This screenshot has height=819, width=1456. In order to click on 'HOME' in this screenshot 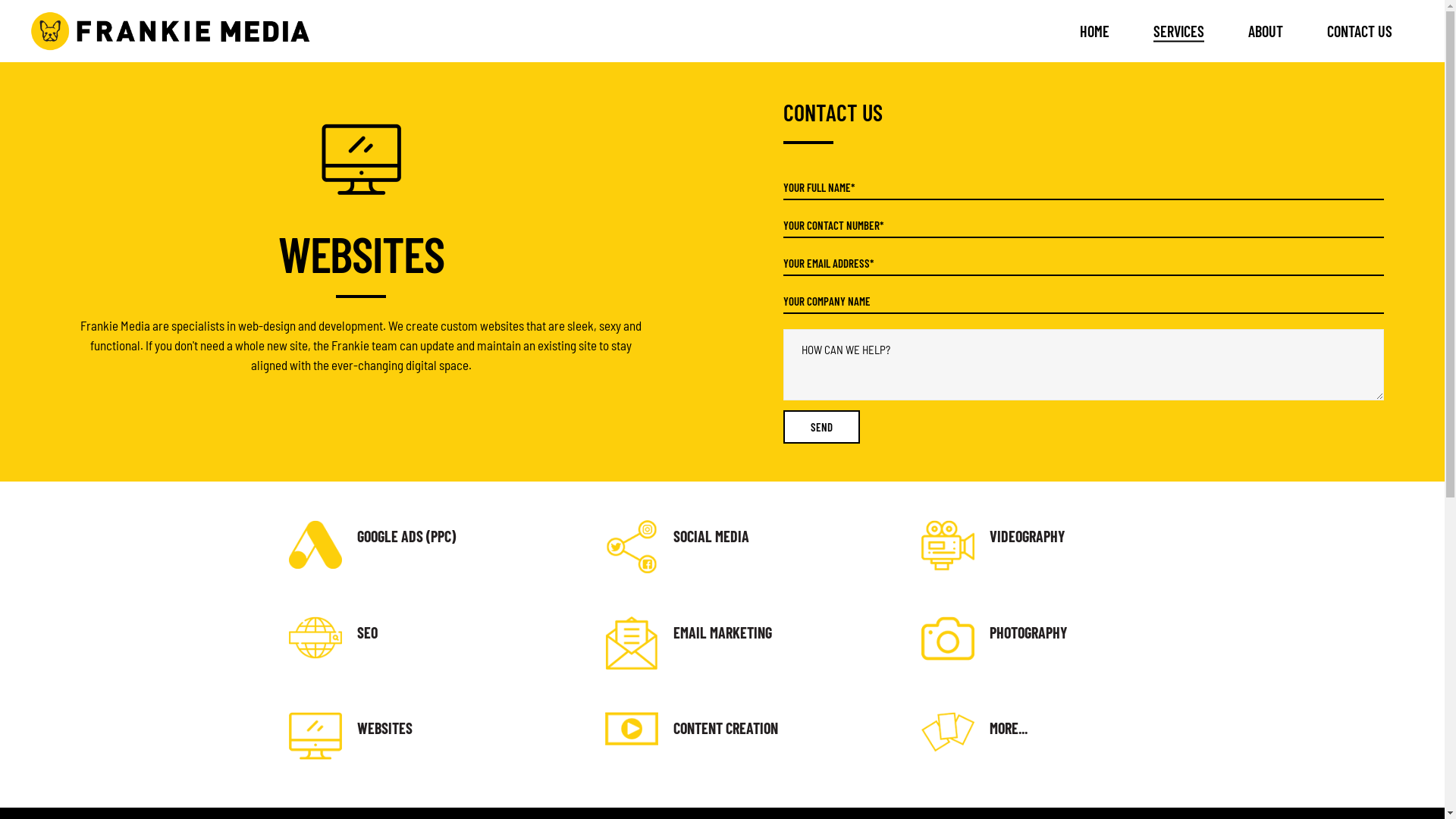, I will do `click(1057, 31)`.